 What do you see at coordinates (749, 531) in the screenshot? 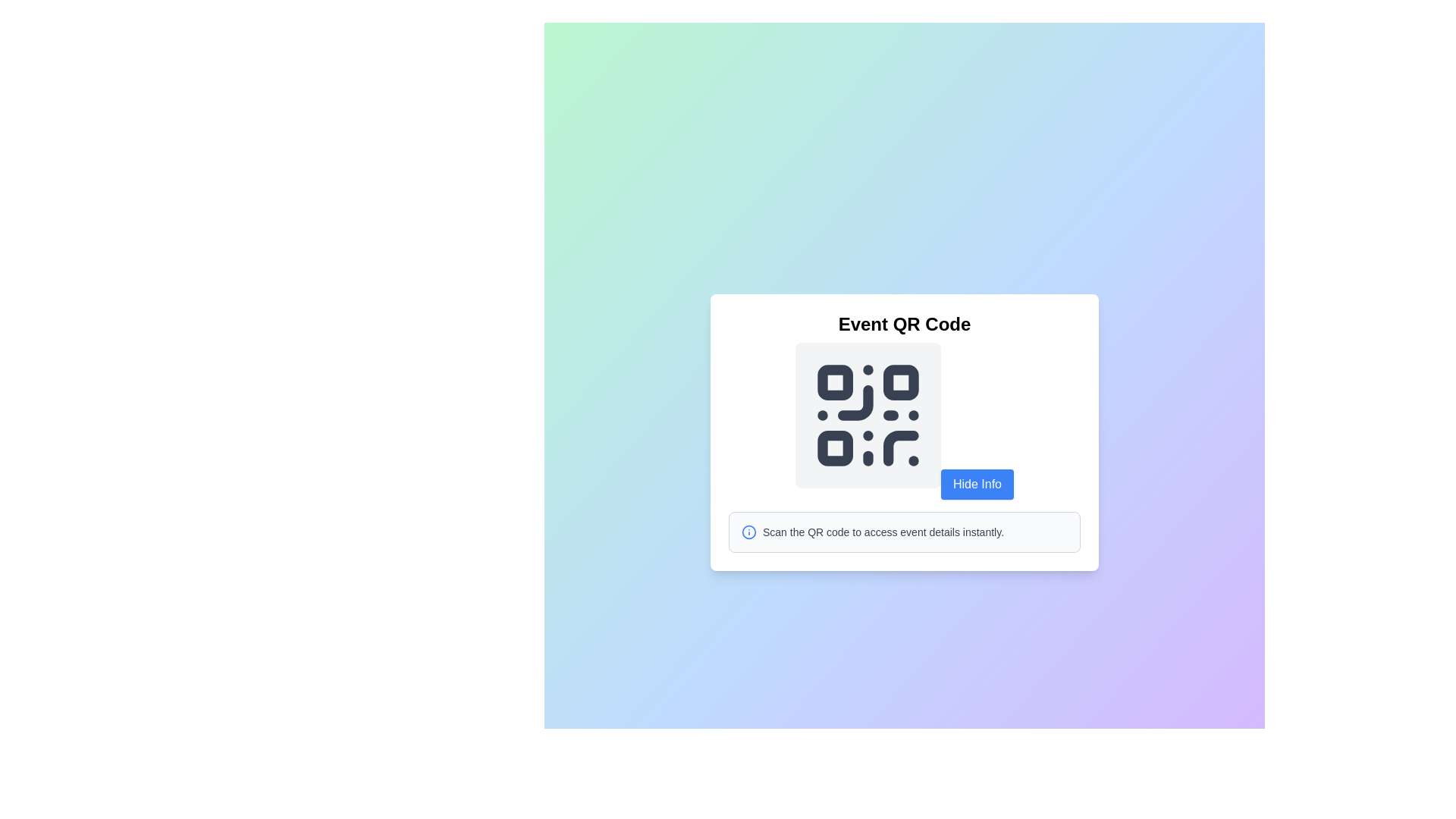
I see `the SVG circle element, which is the leftmost part of the information icon located to the right of the 'Hide Info' button` at bounding box center [749, 531].